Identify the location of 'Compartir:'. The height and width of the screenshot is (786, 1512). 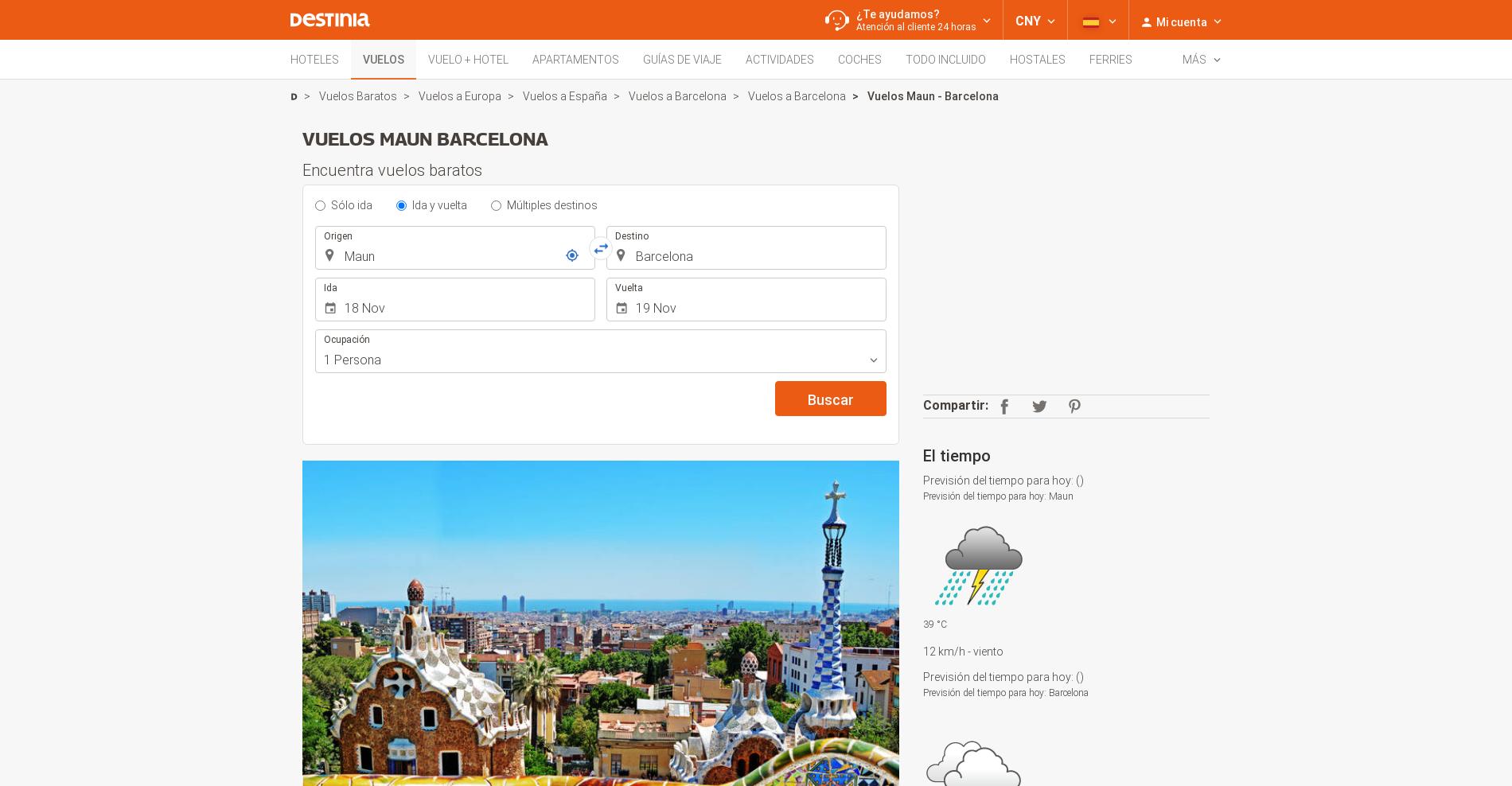
(922, 403).